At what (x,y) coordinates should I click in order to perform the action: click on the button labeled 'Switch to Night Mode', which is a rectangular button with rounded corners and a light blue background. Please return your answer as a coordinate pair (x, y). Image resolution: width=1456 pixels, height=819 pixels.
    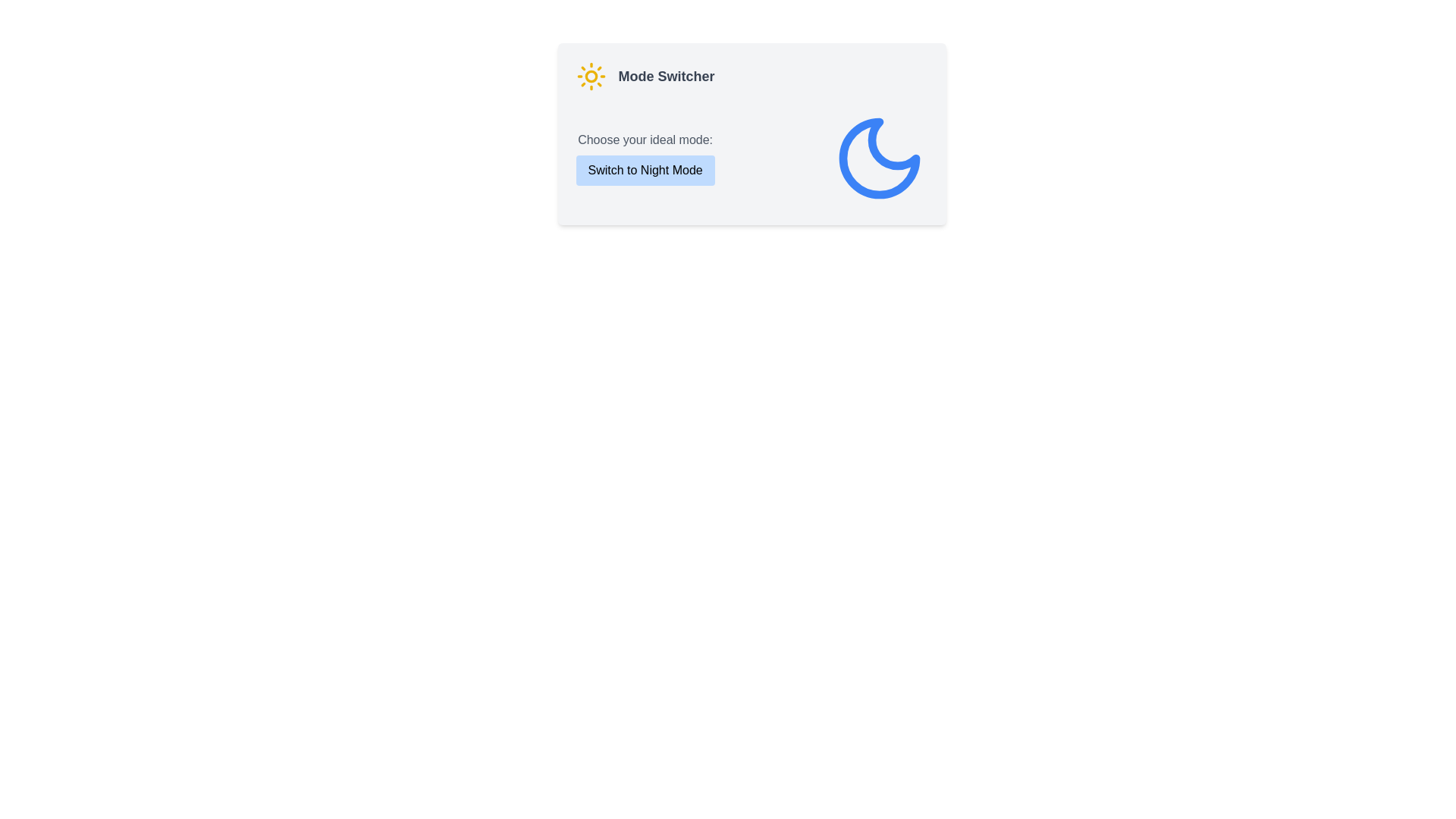
    Looking at the image, I should click on (645, 170).